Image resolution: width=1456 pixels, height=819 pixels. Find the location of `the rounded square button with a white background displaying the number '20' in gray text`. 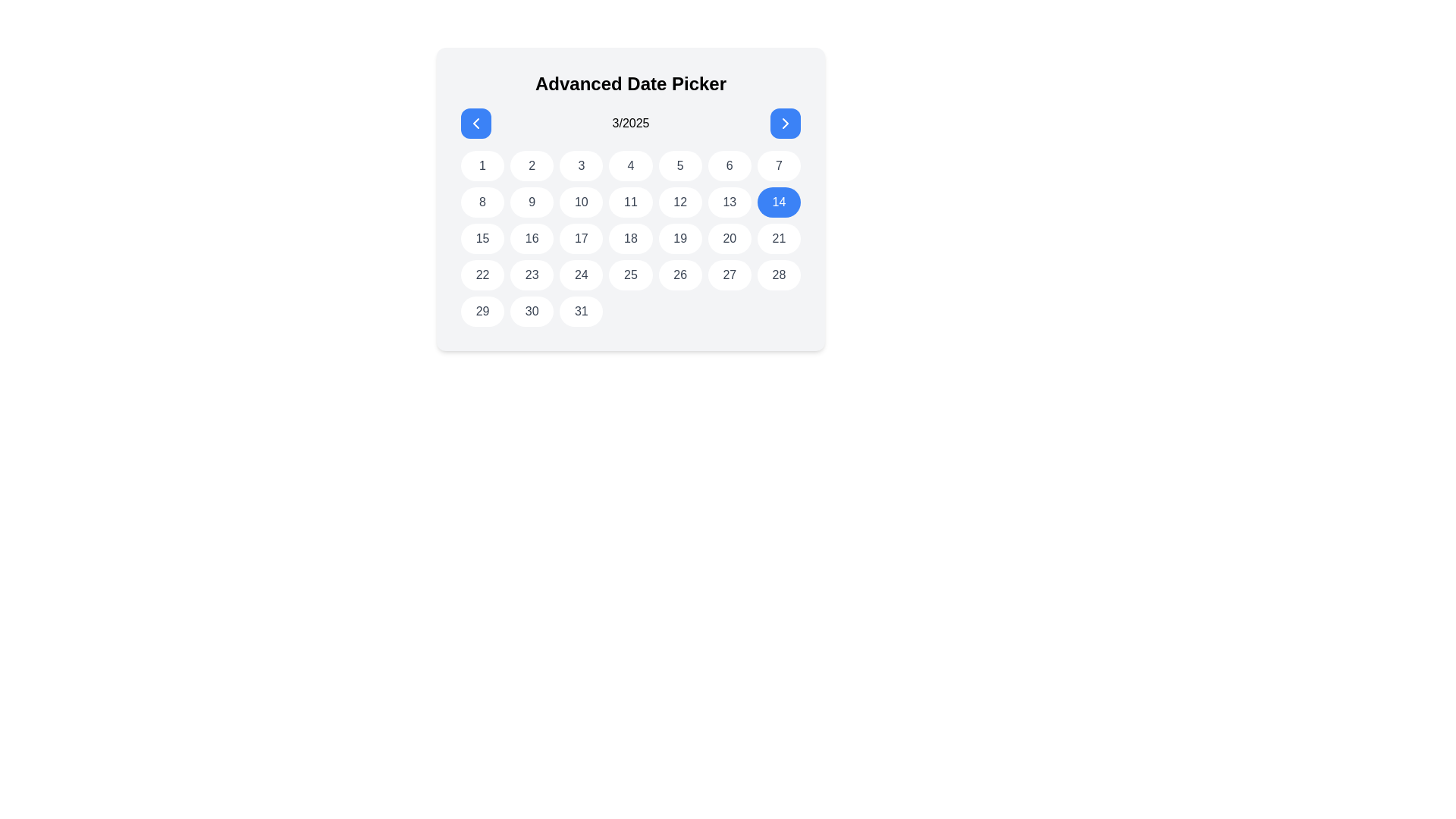

the rounded square button with a white background displaying the number '20' in gray text is located at coordinates (729, 239).